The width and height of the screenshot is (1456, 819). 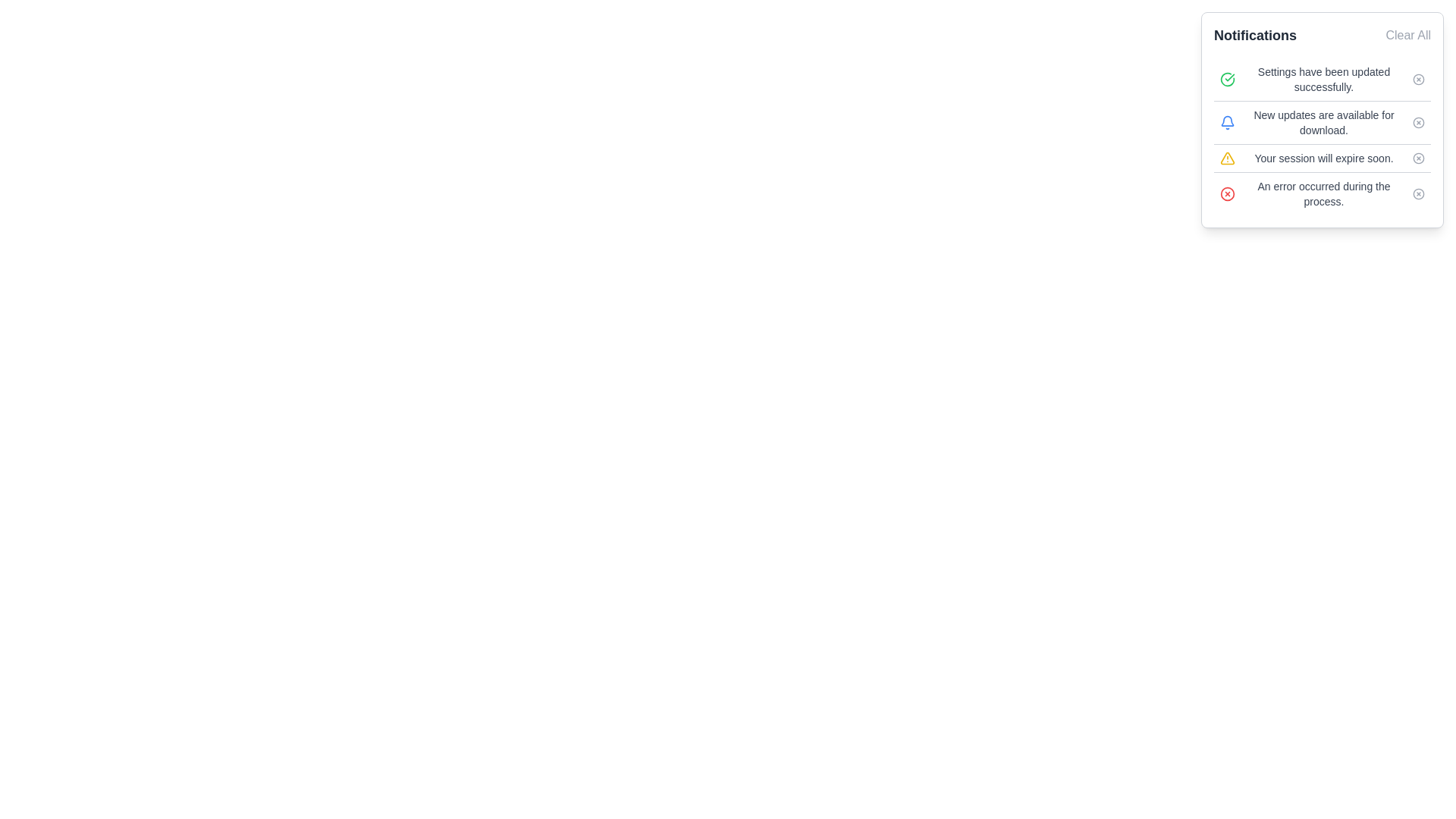 I want to click on the button to dismiss the notification entry with the text 'Settings have been updated successfully.' located at the far right of the notification panel, so click(x=1418, y=79).